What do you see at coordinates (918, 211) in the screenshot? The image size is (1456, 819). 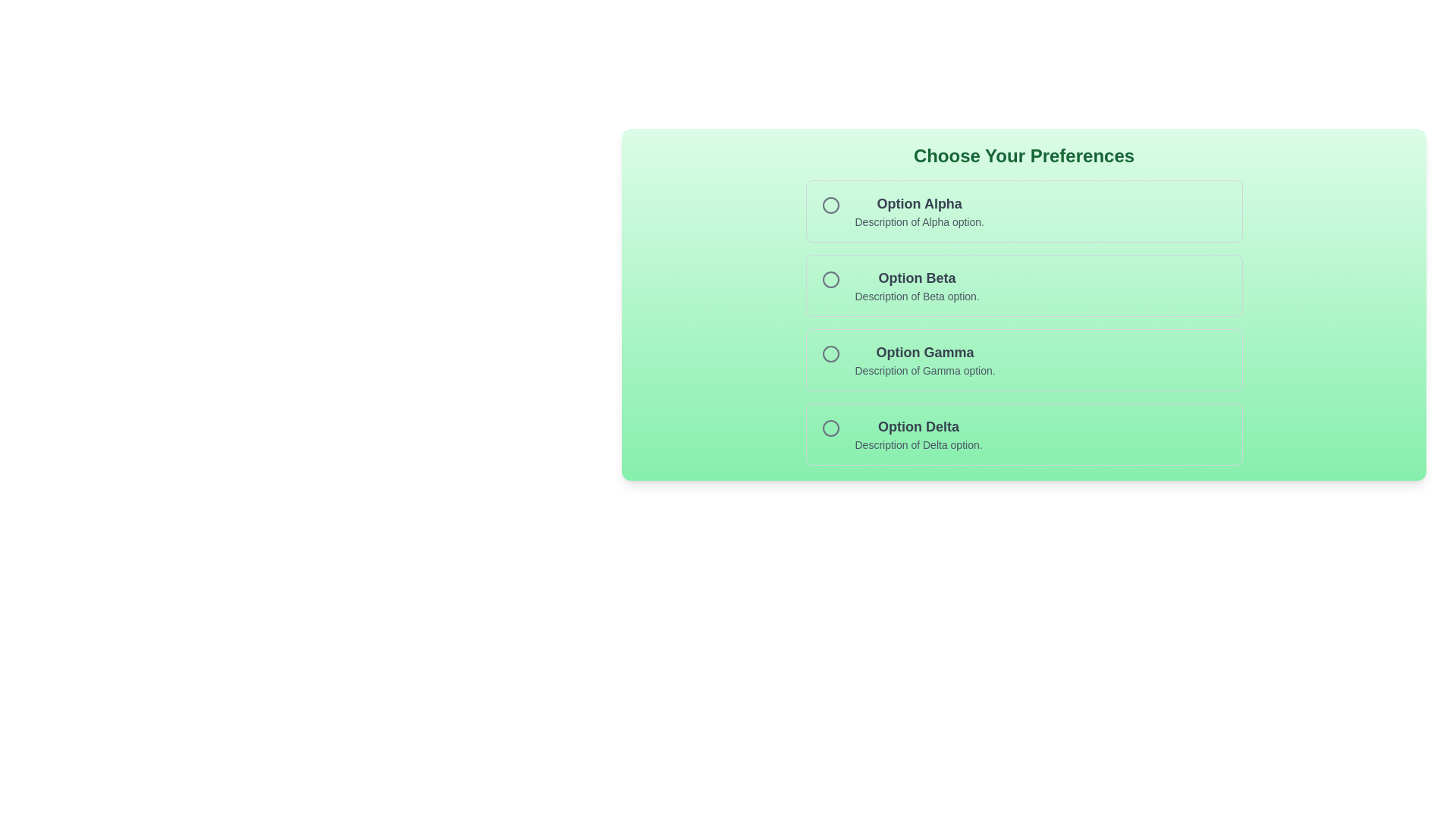 I see `the 'Option Alpha' label` at bounding box center [918, 211].